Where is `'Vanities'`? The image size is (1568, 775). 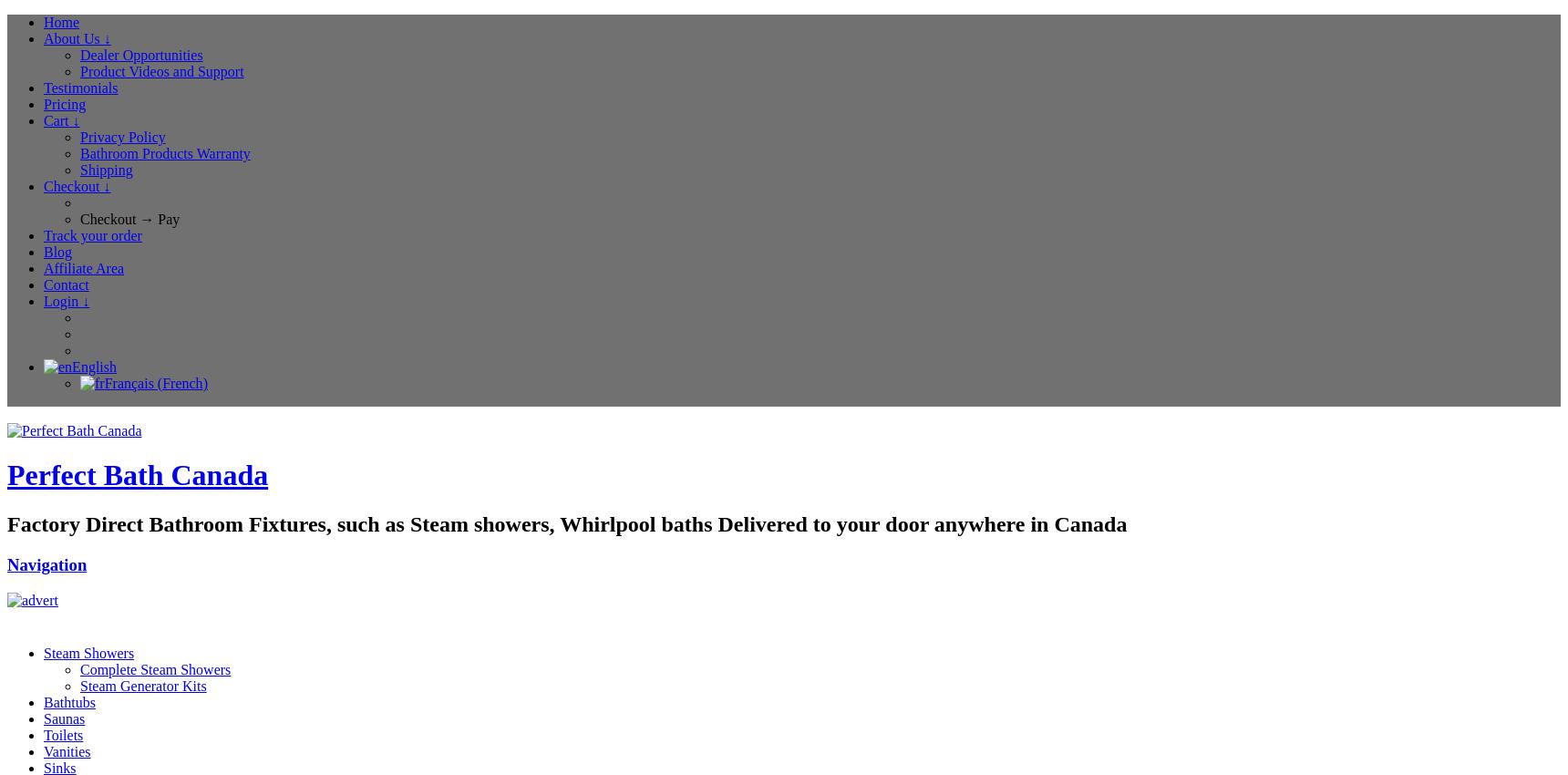
'Vanities' is located at coordinates (67, 750).